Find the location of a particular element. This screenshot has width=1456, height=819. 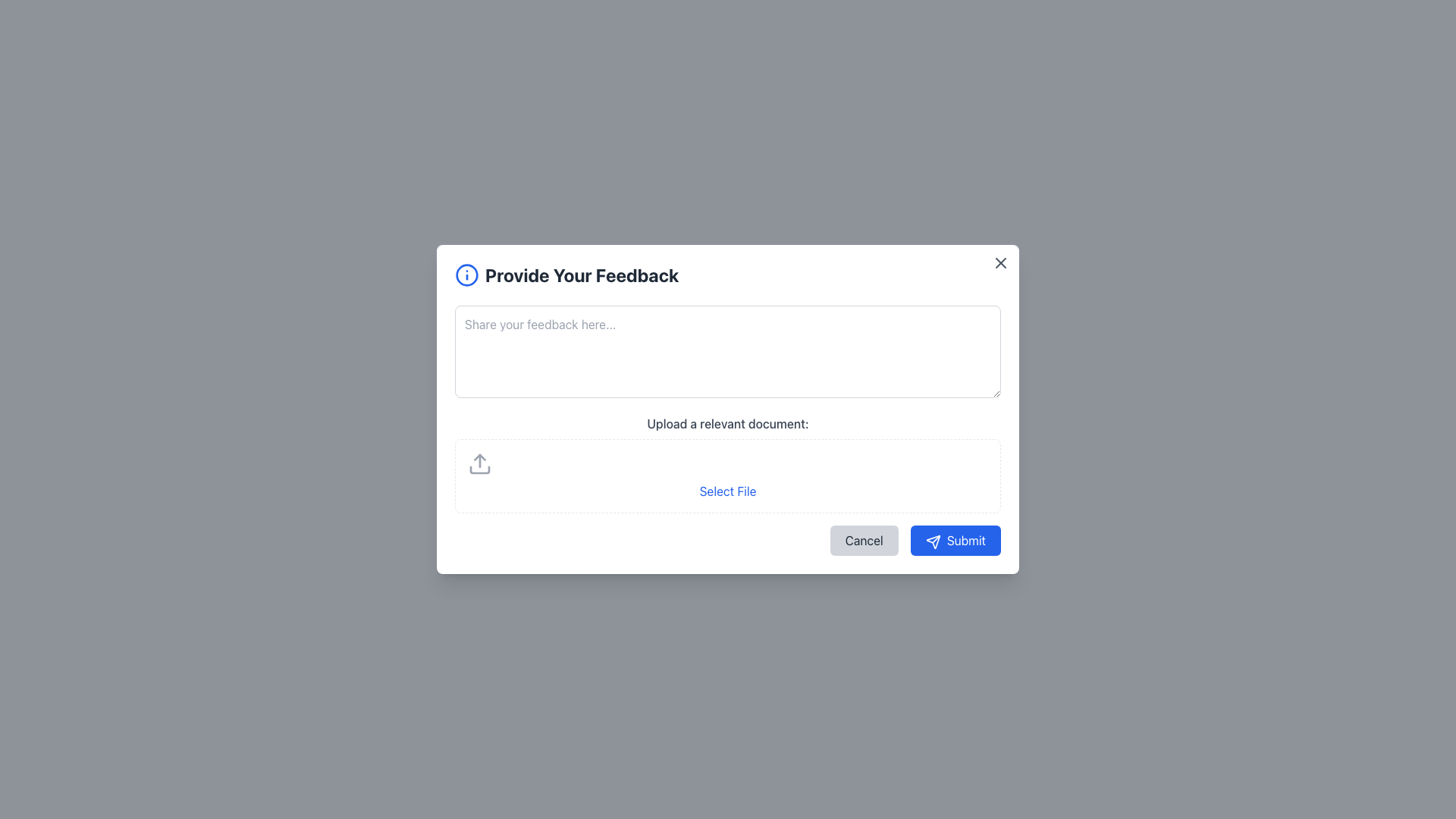

the 'send' button located in the bottom right of the modal interface, which signifies the action to submit a form is located at coordinates (931, 540).